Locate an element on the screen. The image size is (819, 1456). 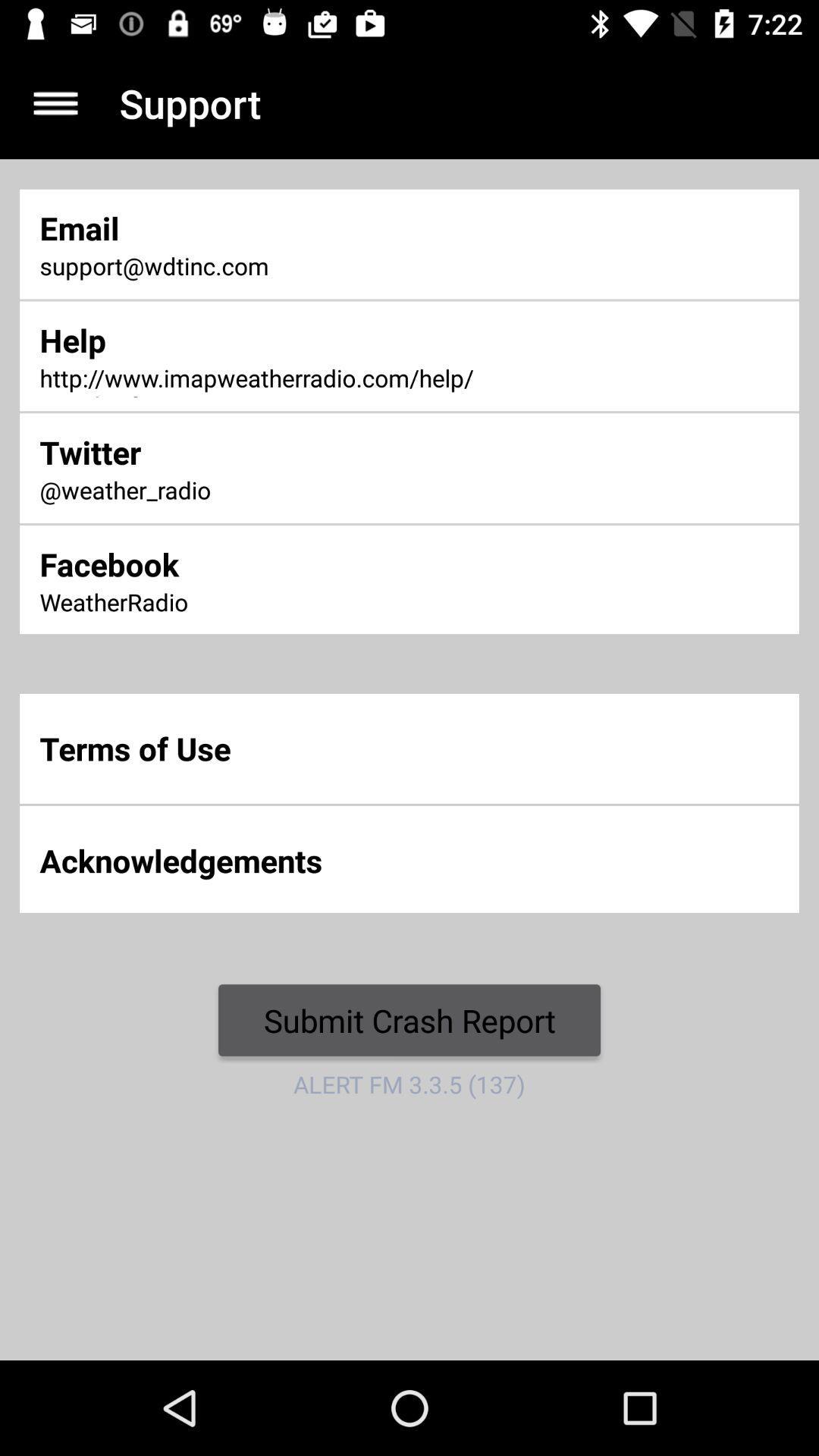
the item above email icon is located at coordinates (55, 102).